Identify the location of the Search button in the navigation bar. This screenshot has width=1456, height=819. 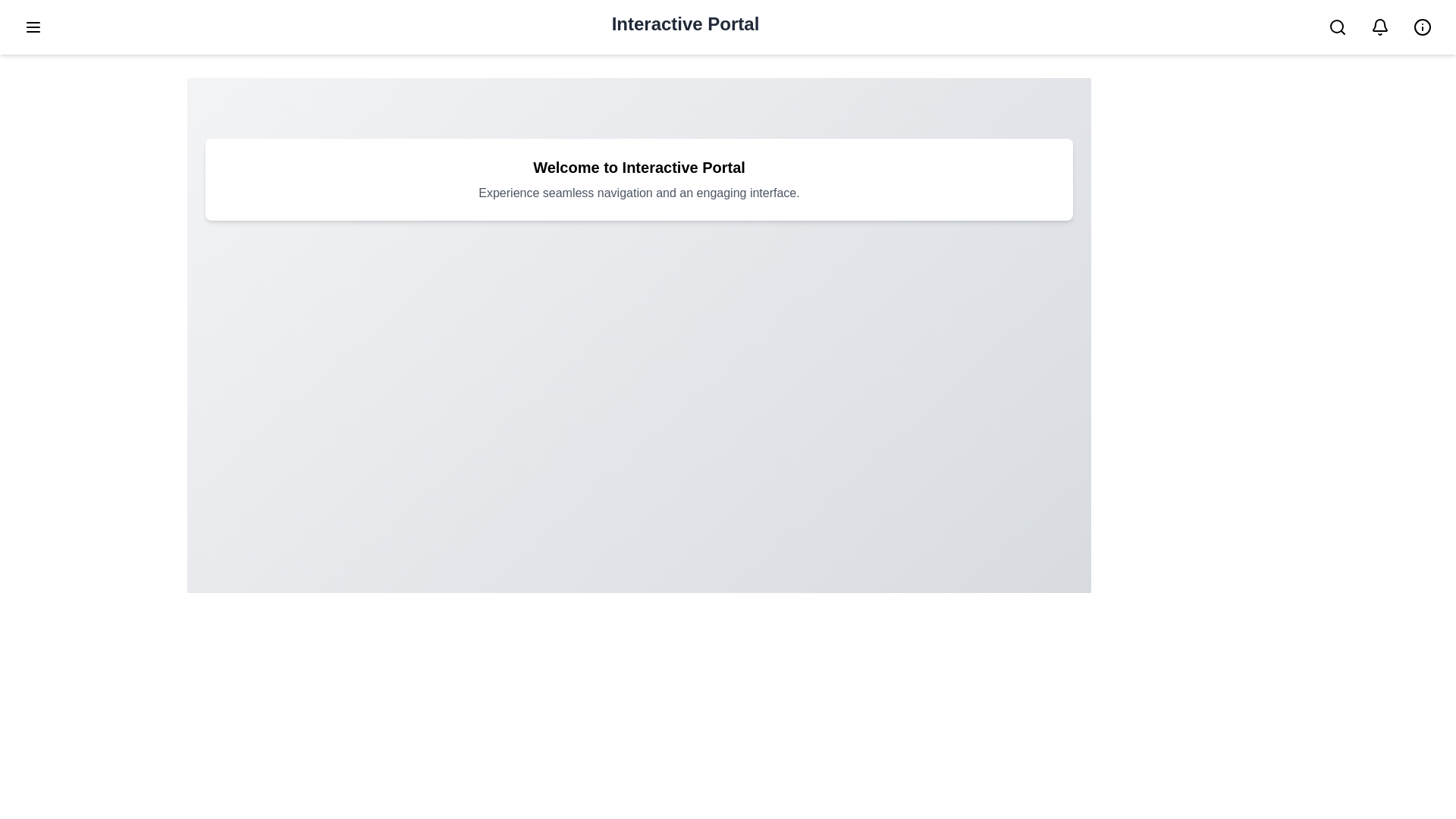
(1337, 27).